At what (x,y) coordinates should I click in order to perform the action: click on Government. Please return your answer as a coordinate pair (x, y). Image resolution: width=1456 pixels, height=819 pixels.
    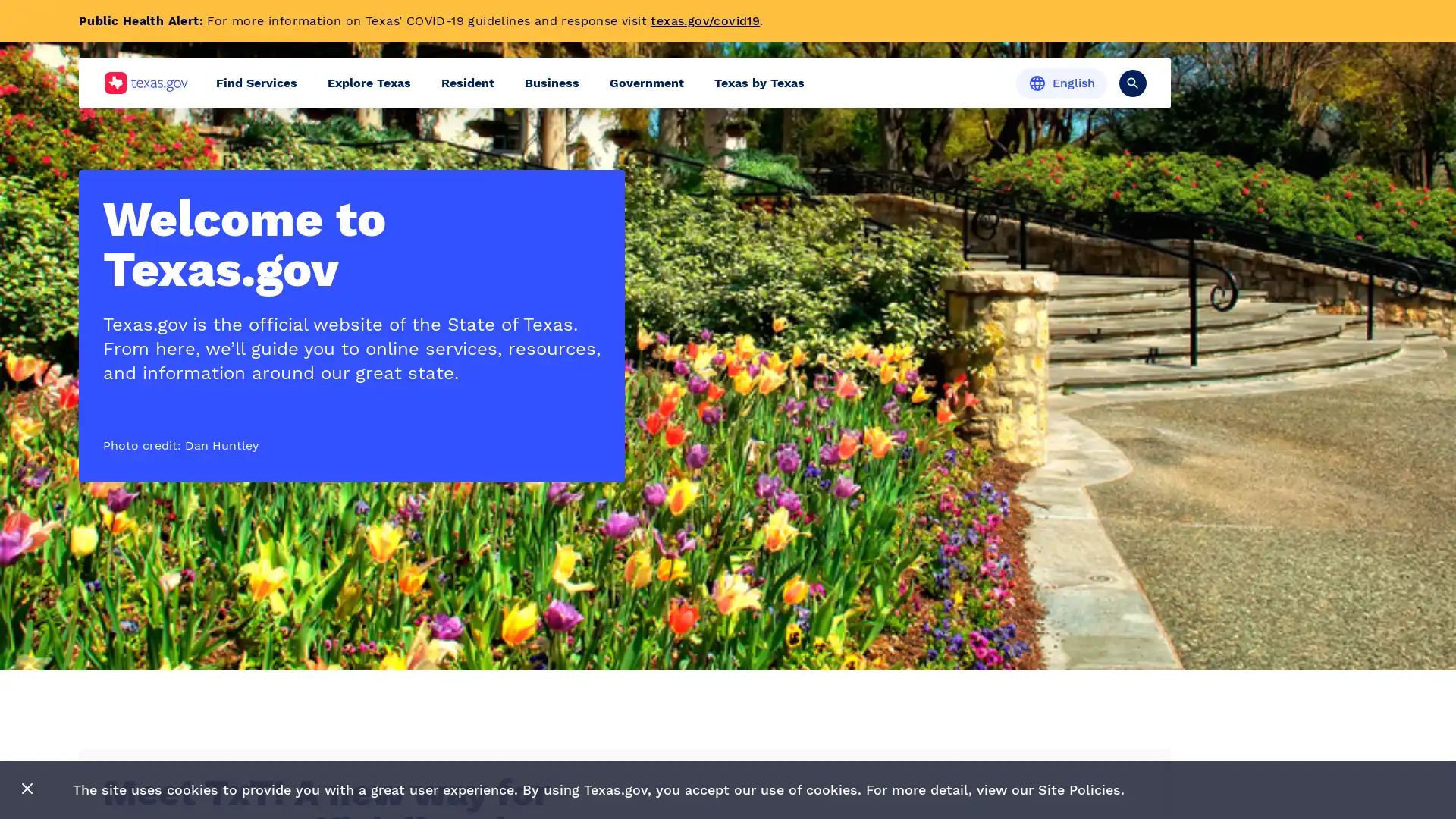
    Looking at the image, I should click on (647, 83).